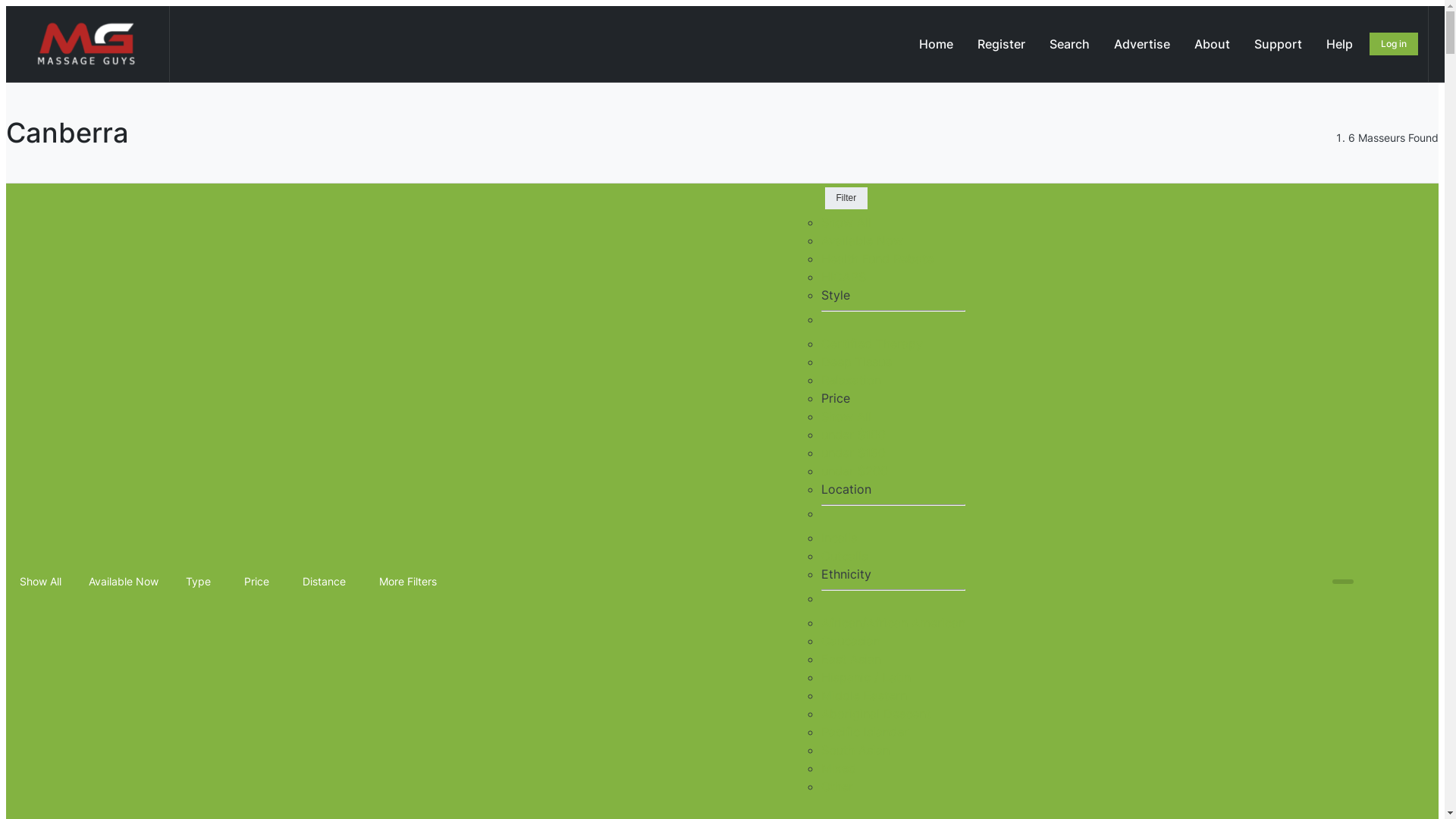 The height and width of the screenshot is (819, 1456). Describe the element at coordinates (1339, 42) in the screenshot. I see `'Help'` at that location.